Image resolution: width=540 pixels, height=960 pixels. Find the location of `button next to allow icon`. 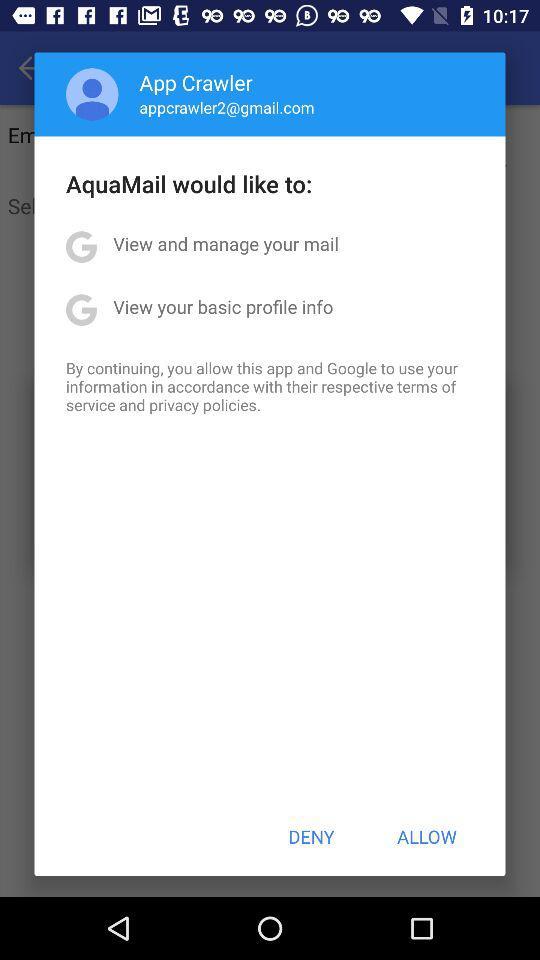

button next to allow icon is located at coordinates (311, 836).